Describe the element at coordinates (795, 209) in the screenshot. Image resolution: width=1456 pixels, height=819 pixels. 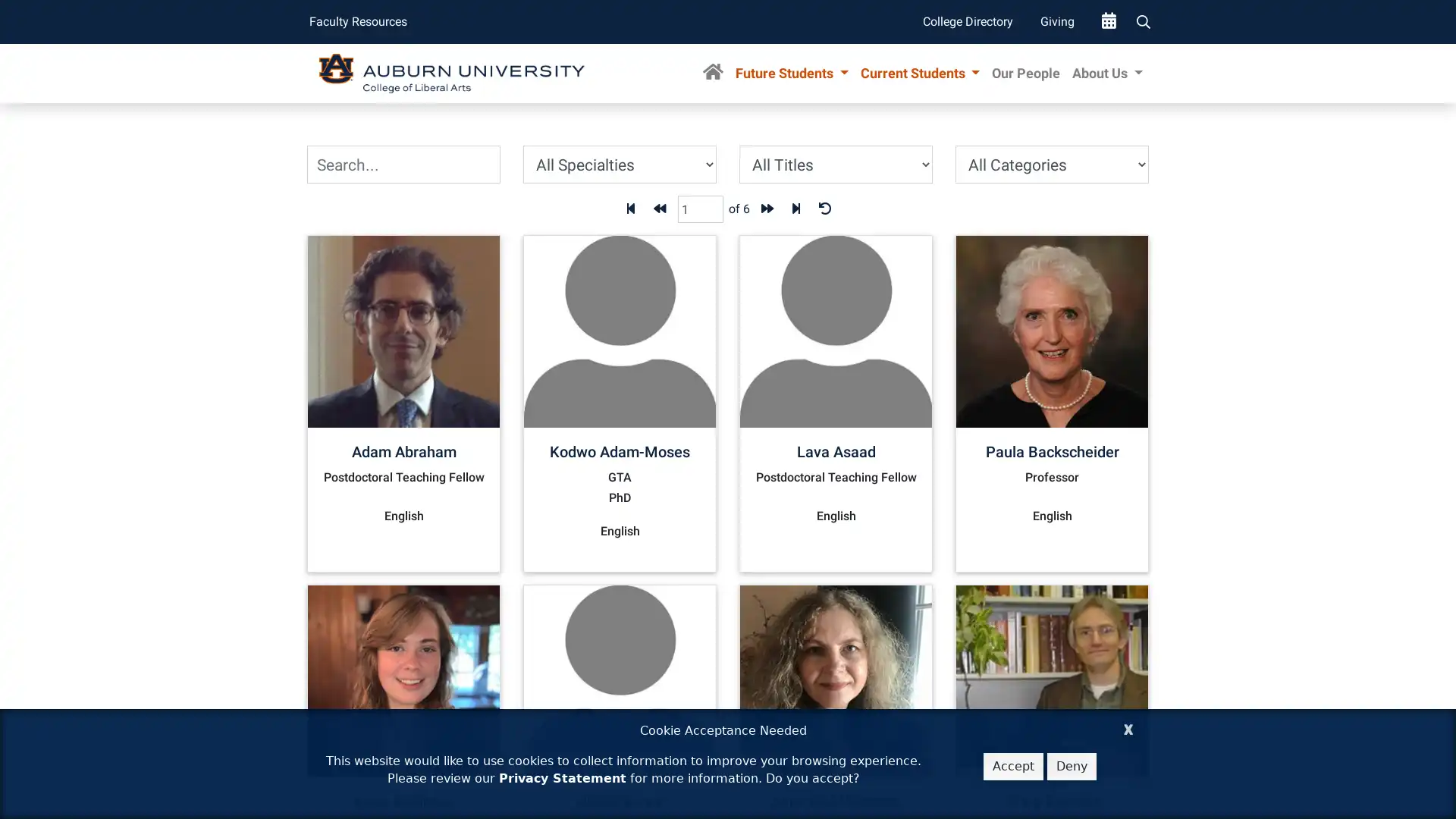
I see `Last page` at that location.